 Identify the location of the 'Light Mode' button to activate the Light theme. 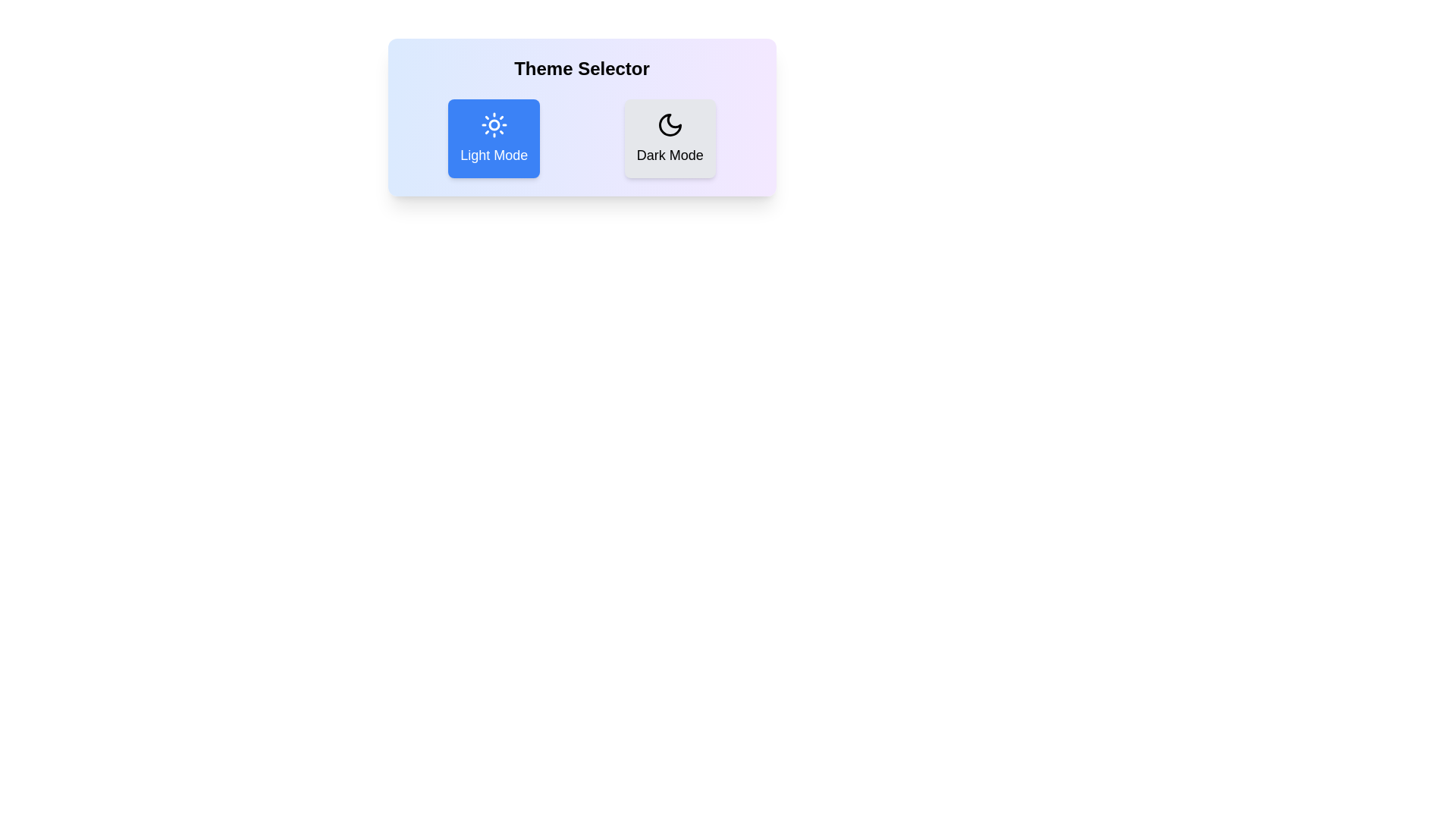
(494, 138).